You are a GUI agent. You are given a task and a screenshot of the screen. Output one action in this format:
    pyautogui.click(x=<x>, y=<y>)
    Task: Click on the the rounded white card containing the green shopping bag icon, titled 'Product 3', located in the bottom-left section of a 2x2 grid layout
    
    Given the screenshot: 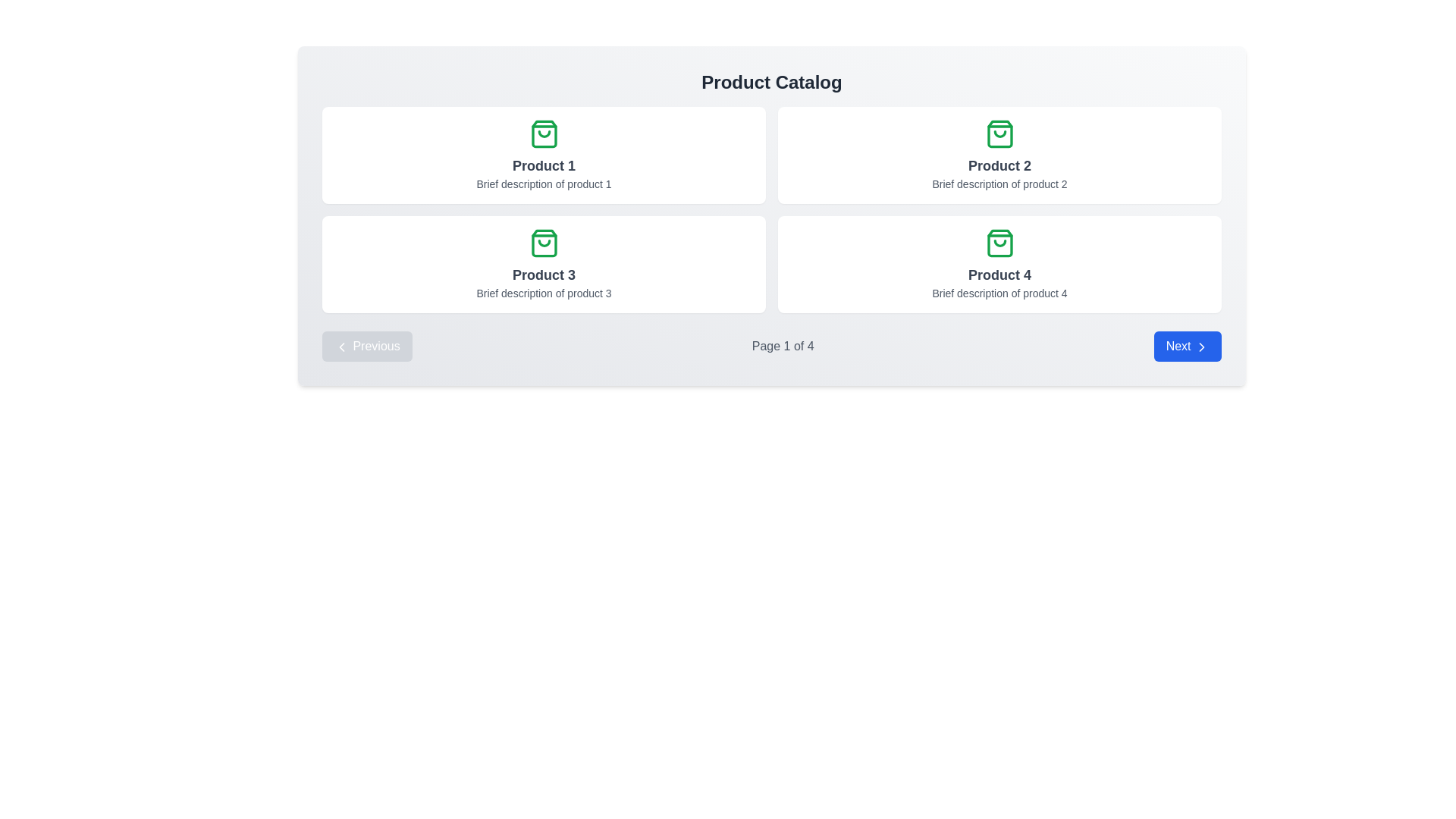 What is the action you would take?
    pyautogui.click(x=544, y=263)
    